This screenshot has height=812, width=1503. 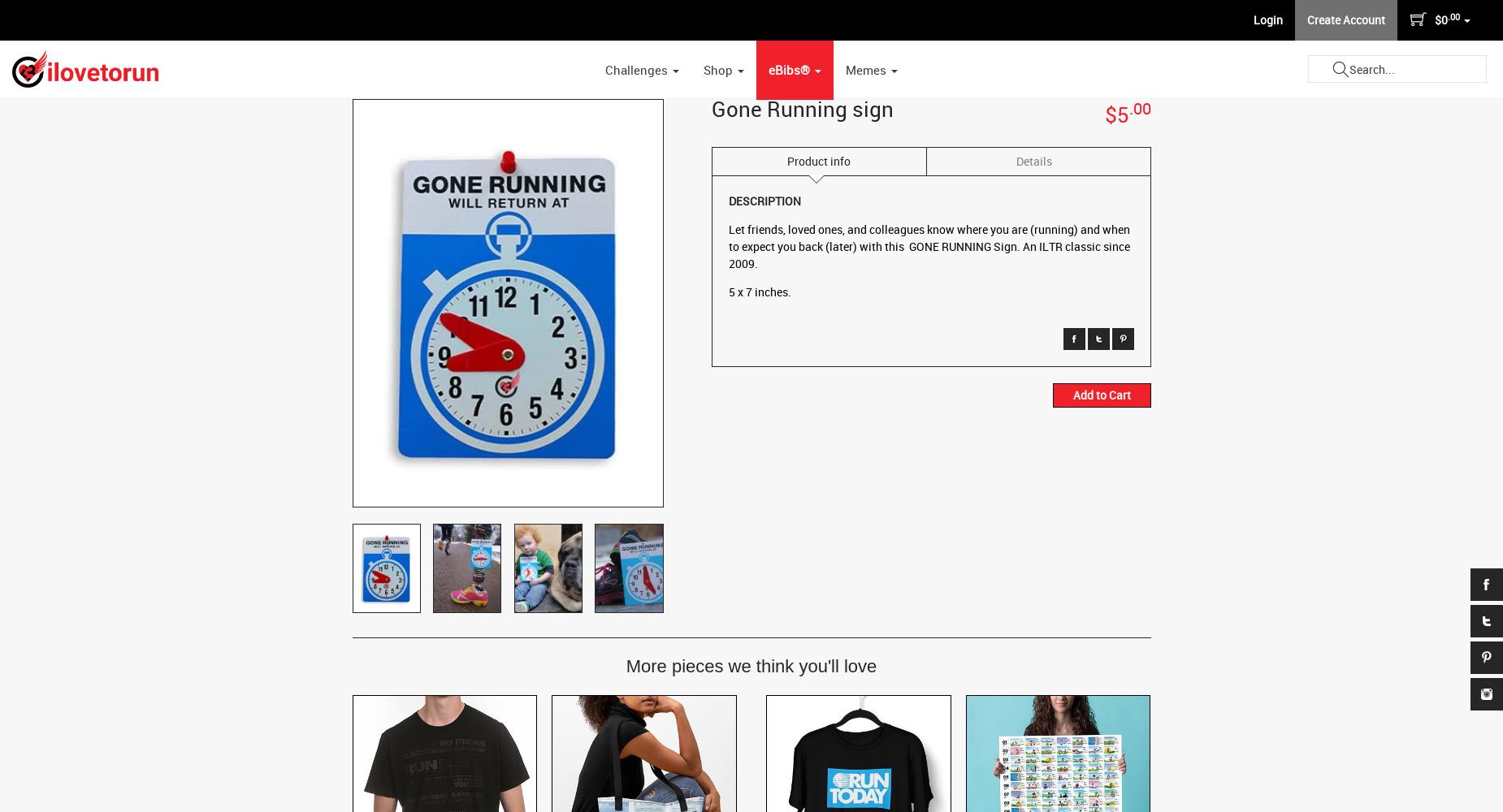 What do you see at coordinates (719, 69) in the screenshot?
I see `'Shop'` at bounding box center [719, 69].